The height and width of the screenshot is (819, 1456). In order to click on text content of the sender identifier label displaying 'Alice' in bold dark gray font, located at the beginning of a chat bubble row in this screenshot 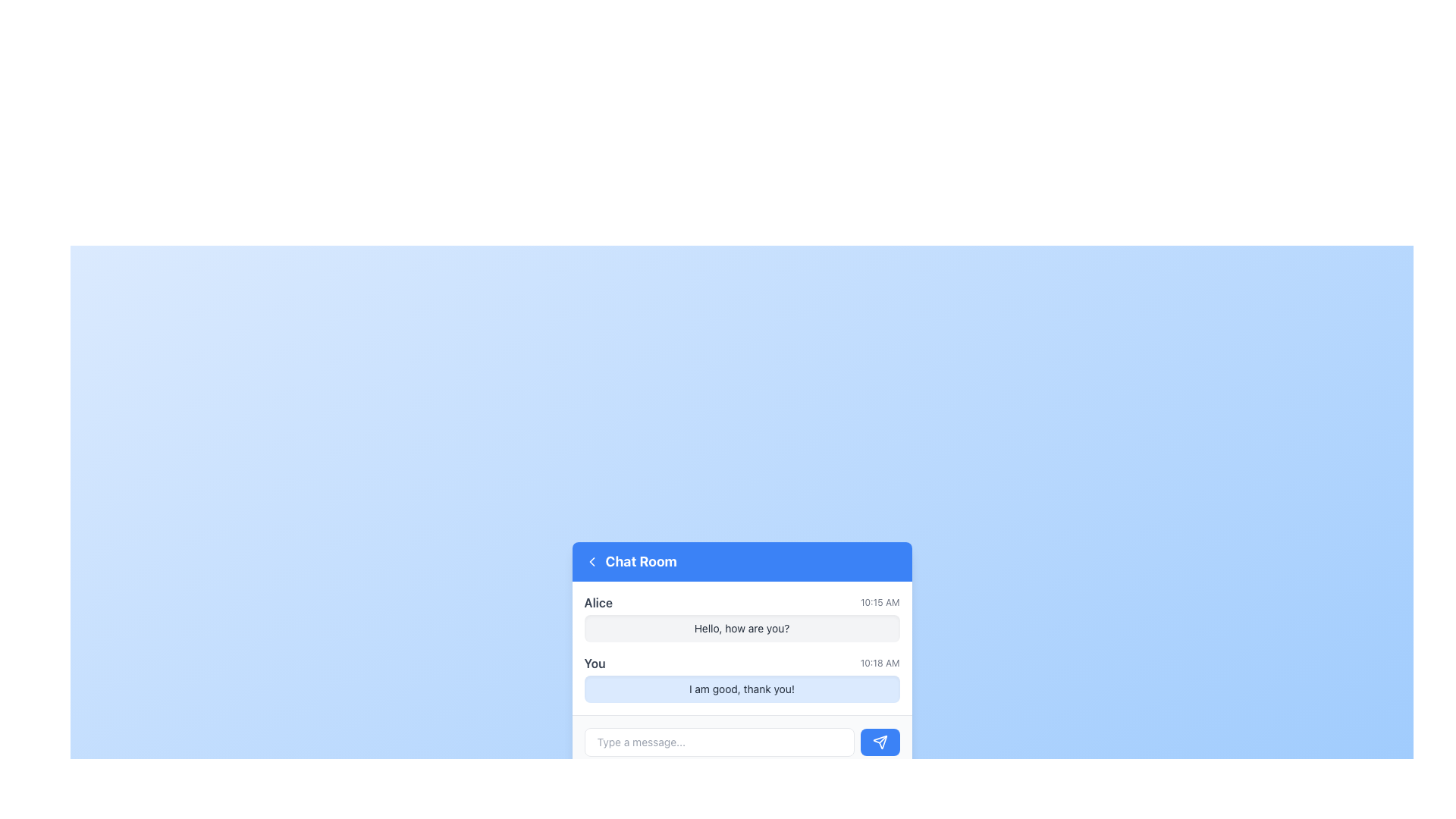, I will do `click(598, 601)`.